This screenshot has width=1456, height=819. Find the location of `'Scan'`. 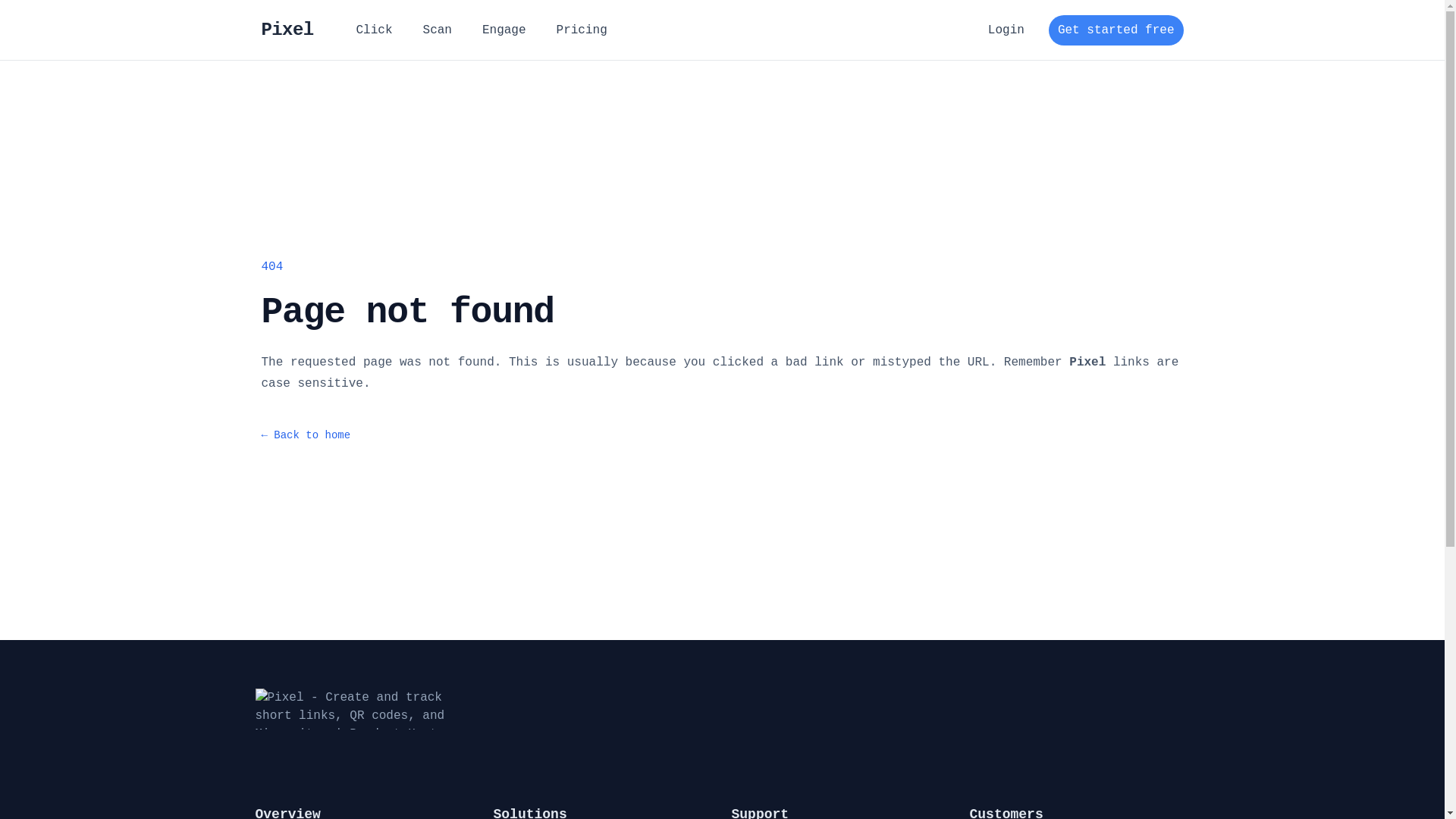

'Scan' is located at coordinates (436, 30).